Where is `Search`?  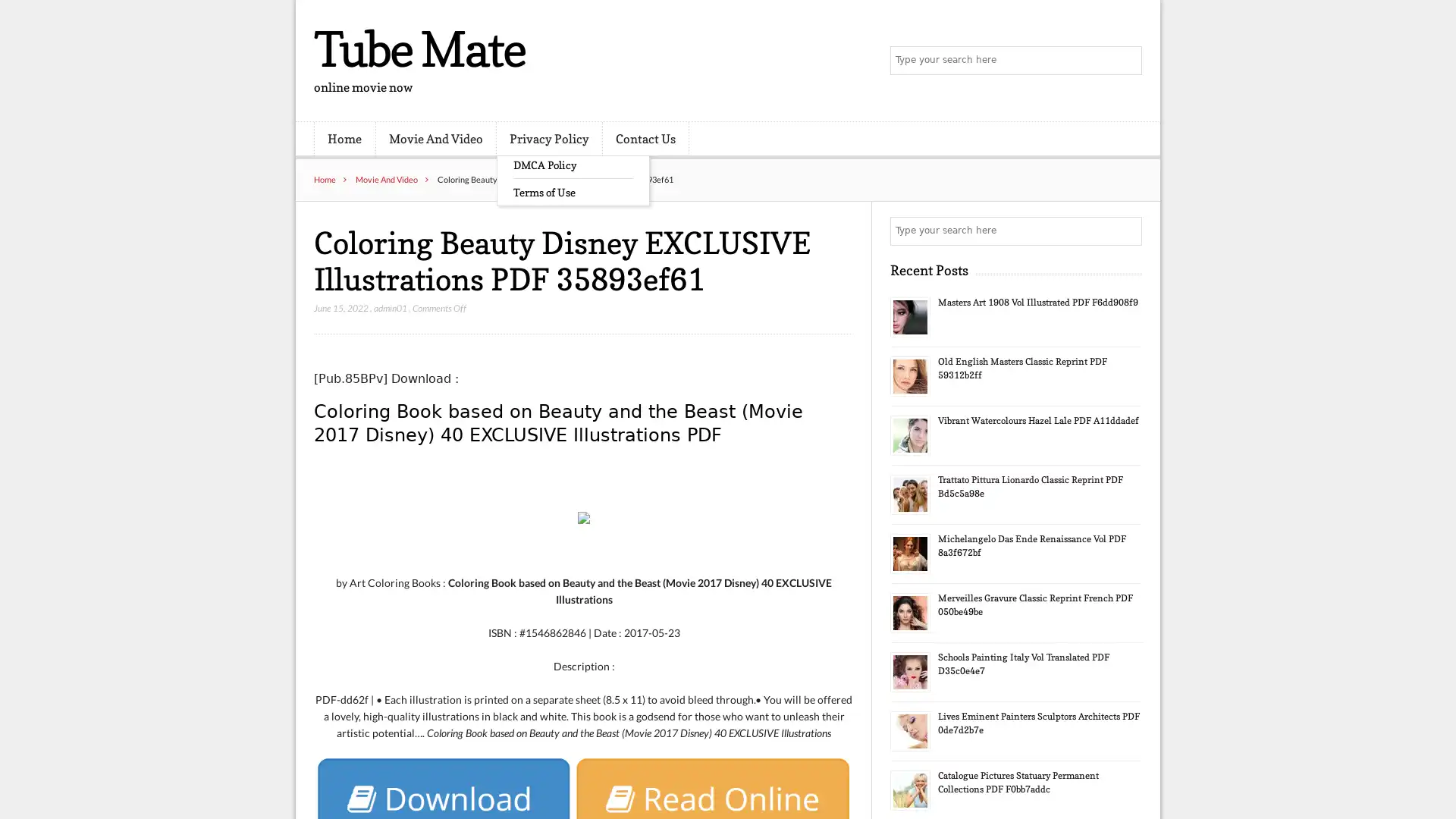
Search is located at coordinates (1126, 231).